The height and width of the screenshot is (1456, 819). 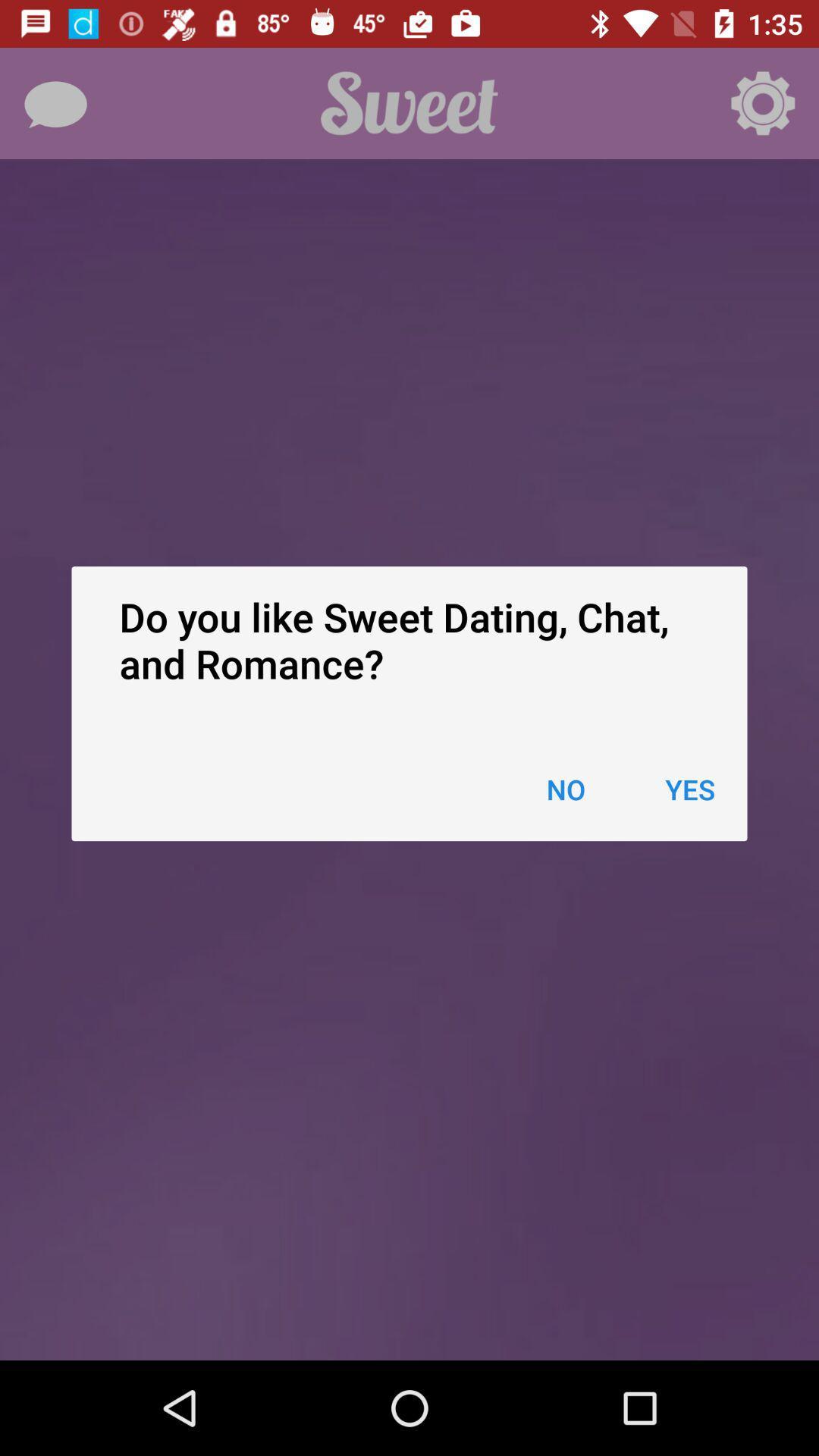 I want to click on item to the left of yes item, so click(x=566, y=789).